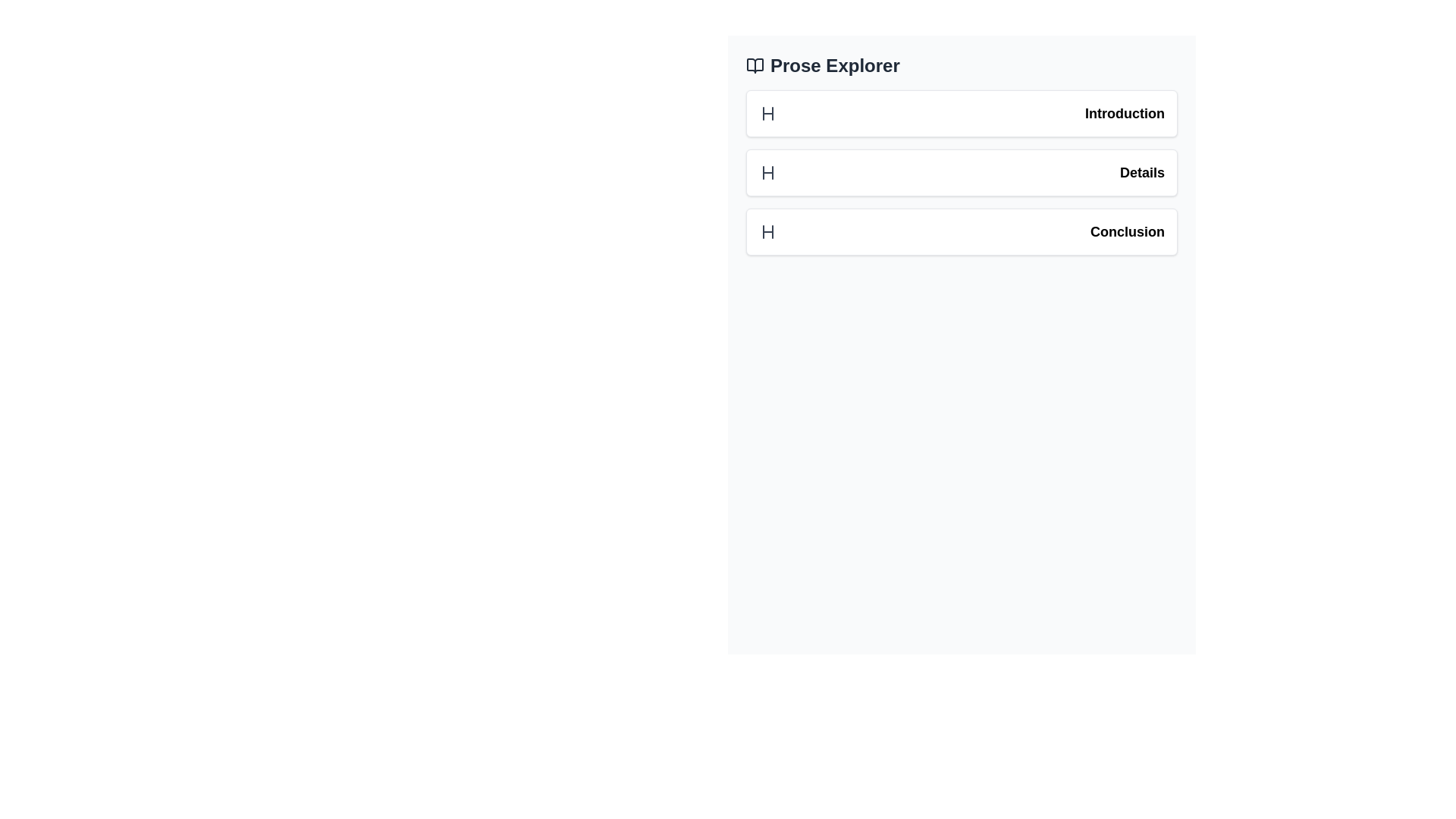 This screenshot has height=819, width=1456. I want to click on the small SVG icon resembling a stylized letter 'H' located to the left of the text label 'Introduction', so click(767, 113).